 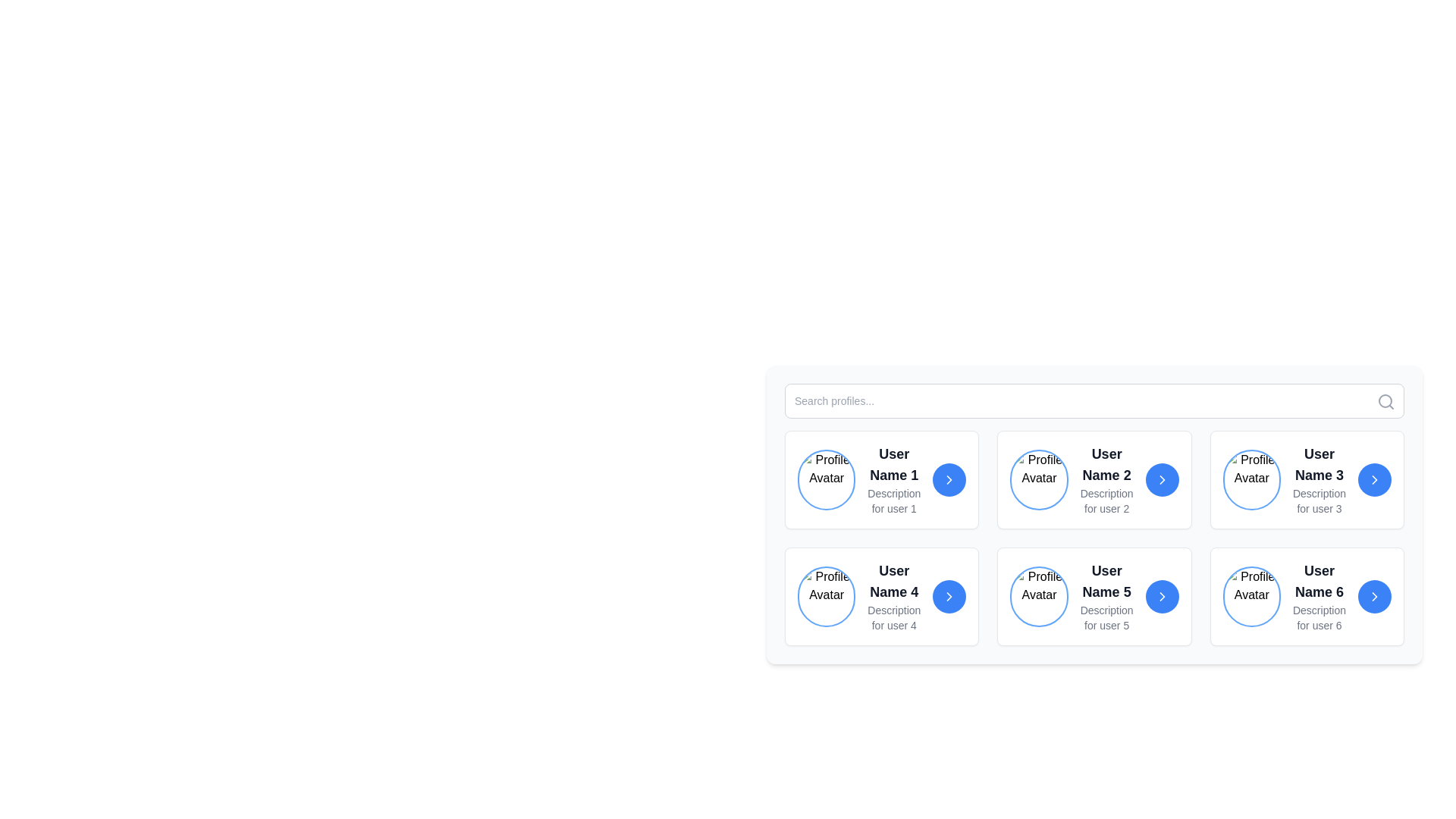 I want to click on the text display element that shows 'User Name 1' and 'Description for user 1', located in the upper-left user card within the central content area, so click(x=894, y=479).